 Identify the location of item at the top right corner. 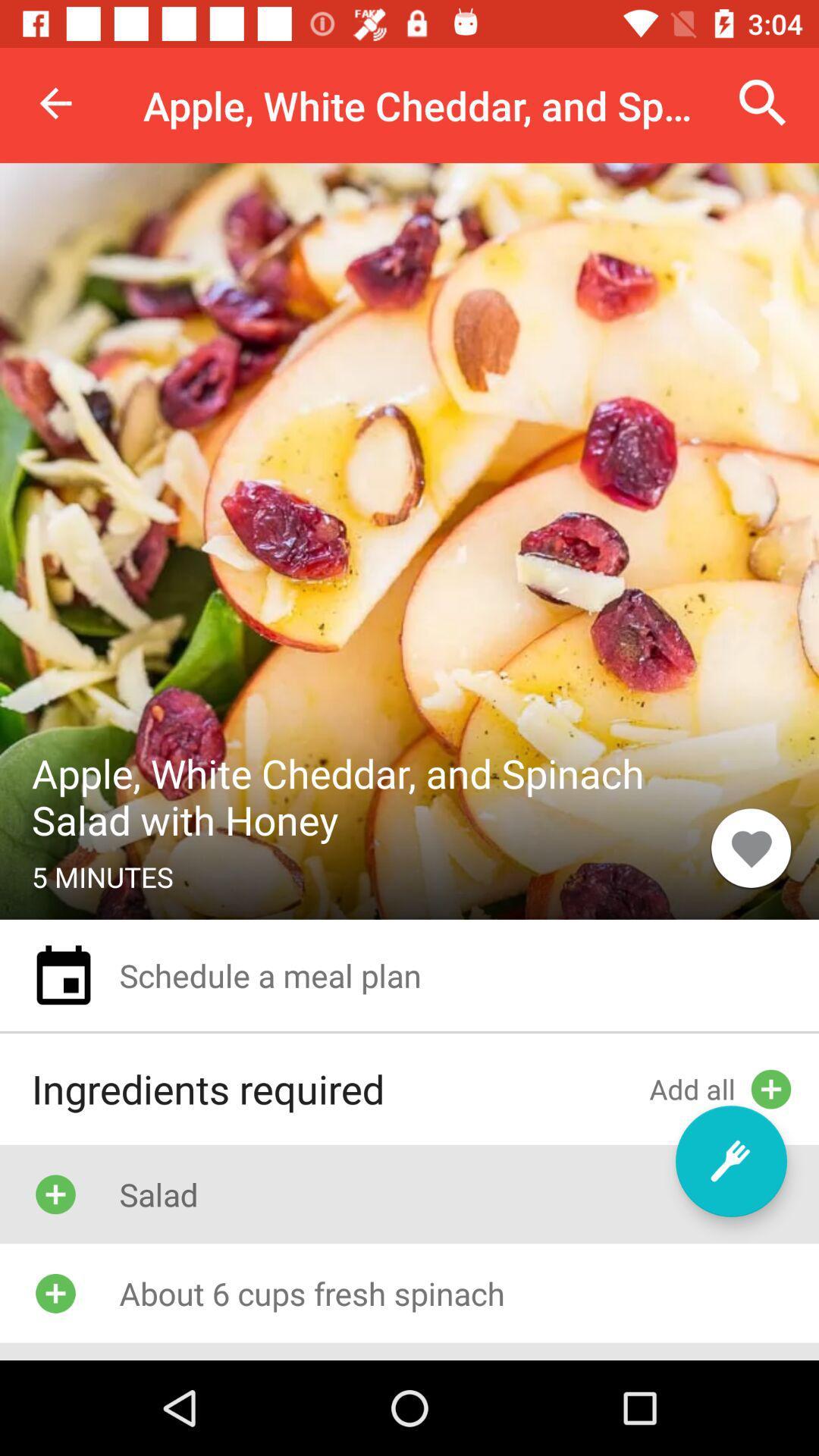
(763, 102).